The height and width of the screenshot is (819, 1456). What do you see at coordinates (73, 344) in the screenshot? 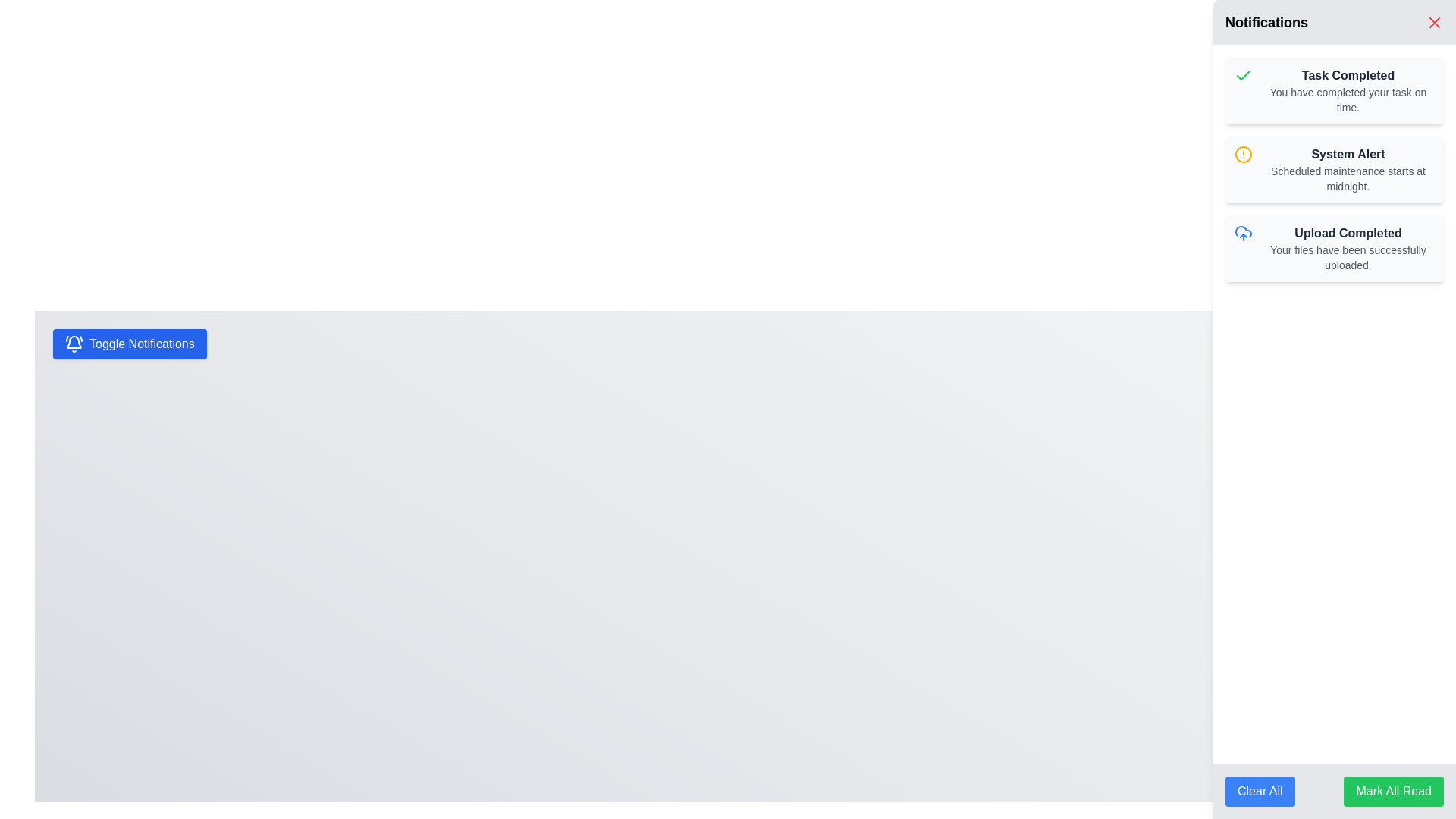
I see `the Icon that visually represents the purpose of the 'Toggle Notifications' button located in the top-left section of the interface` at bounding box center [73, 344].